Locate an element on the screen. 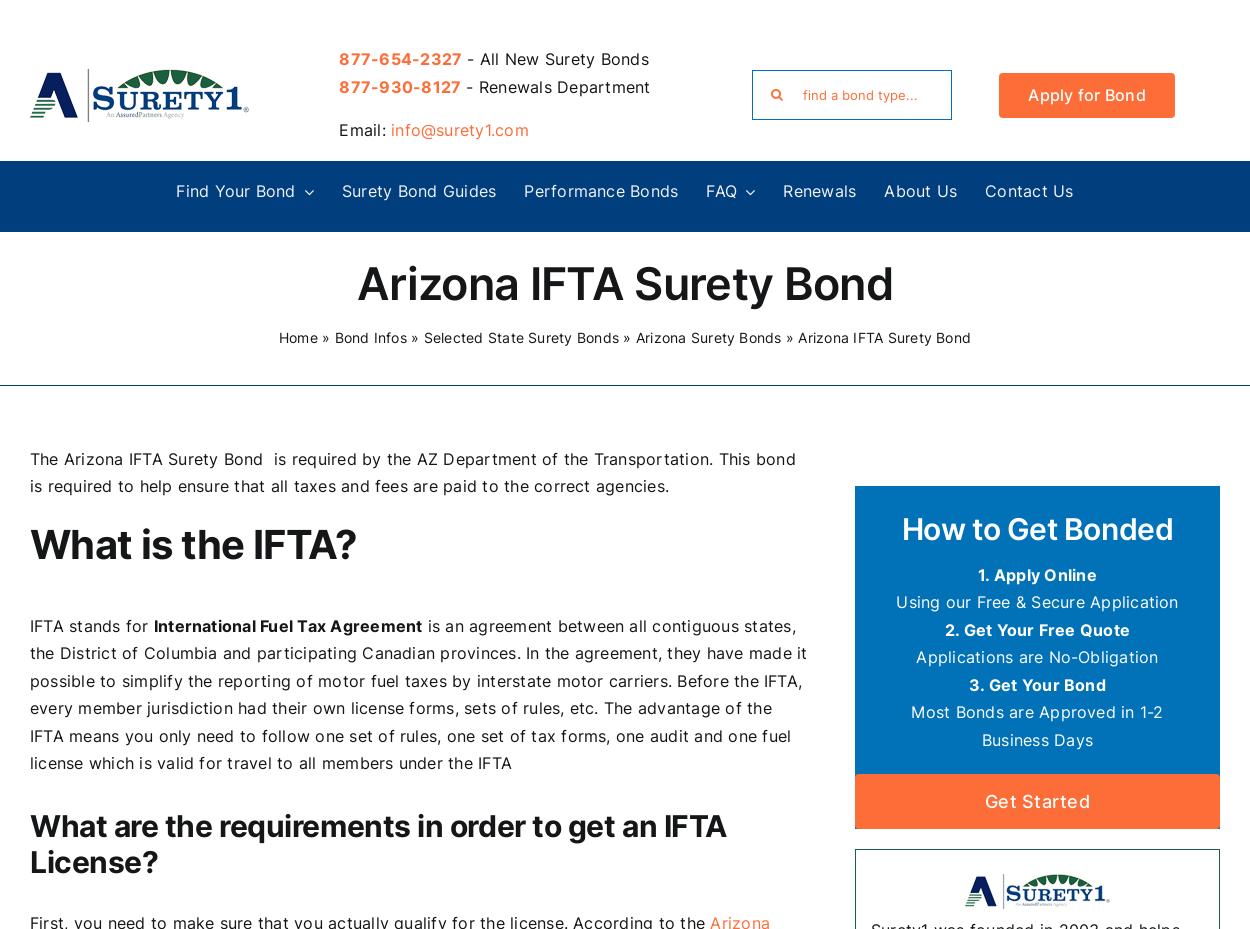 This screenshot has width=1250, height=929. 'Kentucky Surety Bonds' is located at coordinates (920, 404).